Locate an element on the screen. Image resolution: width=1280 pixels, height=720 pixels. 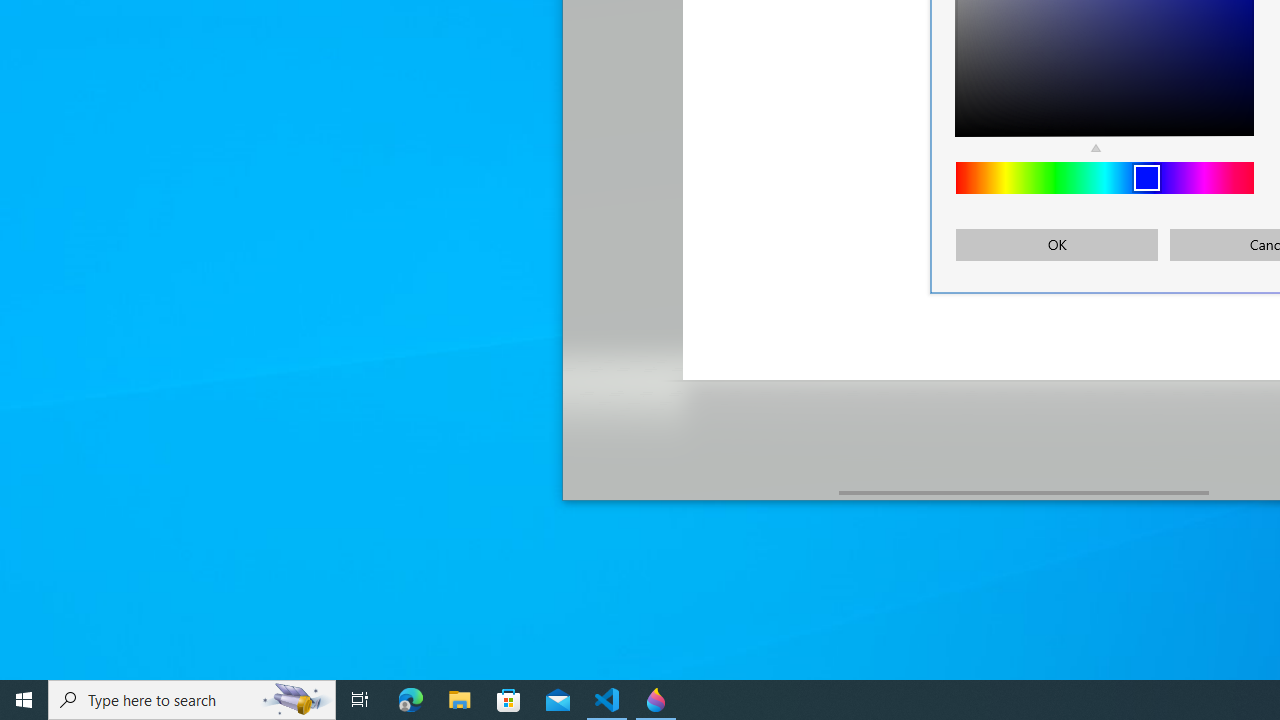
'Visual Studio Code - 1 running window' is located at coordinates (606, 698).